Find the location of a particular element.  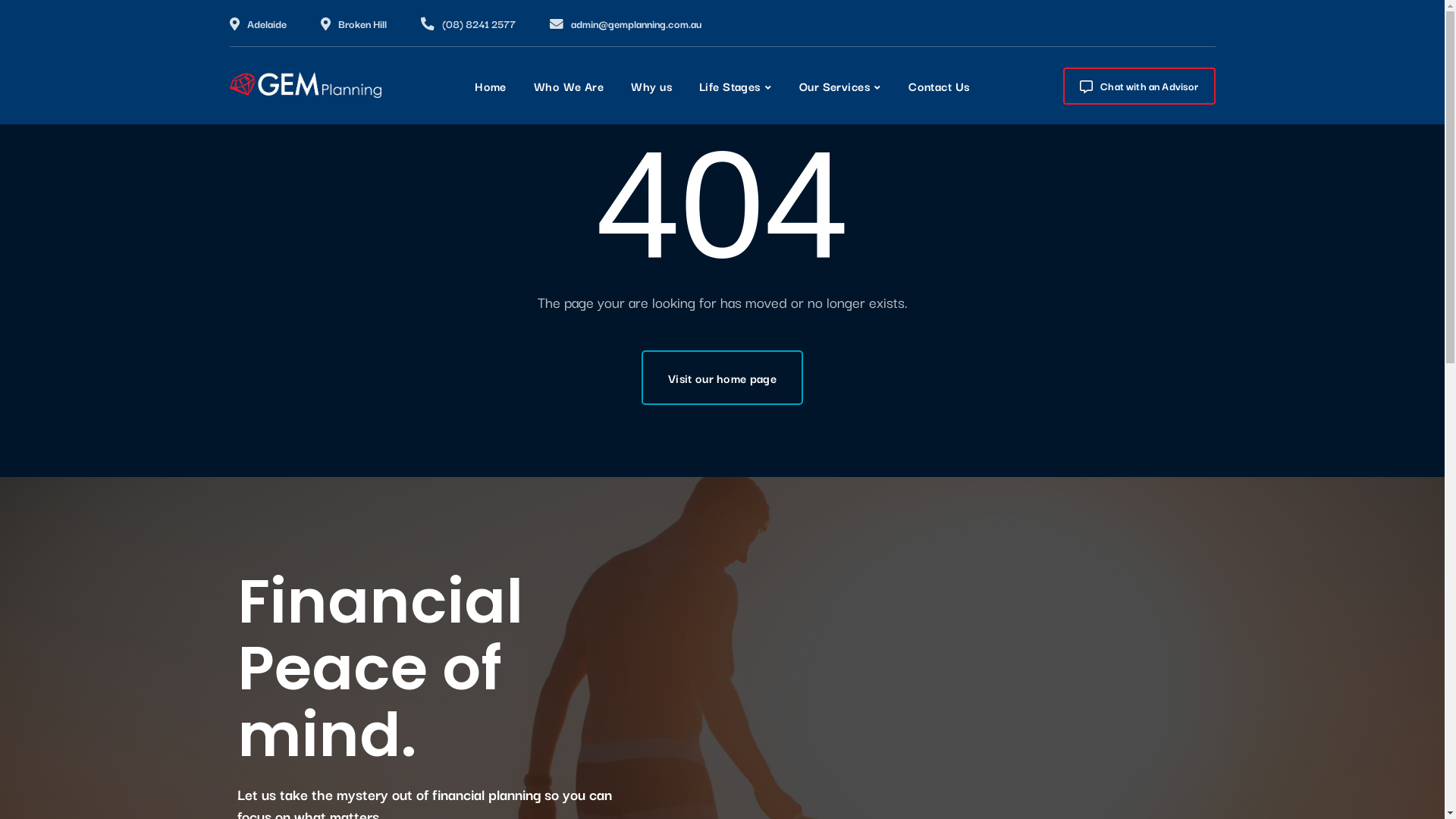

'admin@gemplanning.com.au' is located at coordinates (635, 23).